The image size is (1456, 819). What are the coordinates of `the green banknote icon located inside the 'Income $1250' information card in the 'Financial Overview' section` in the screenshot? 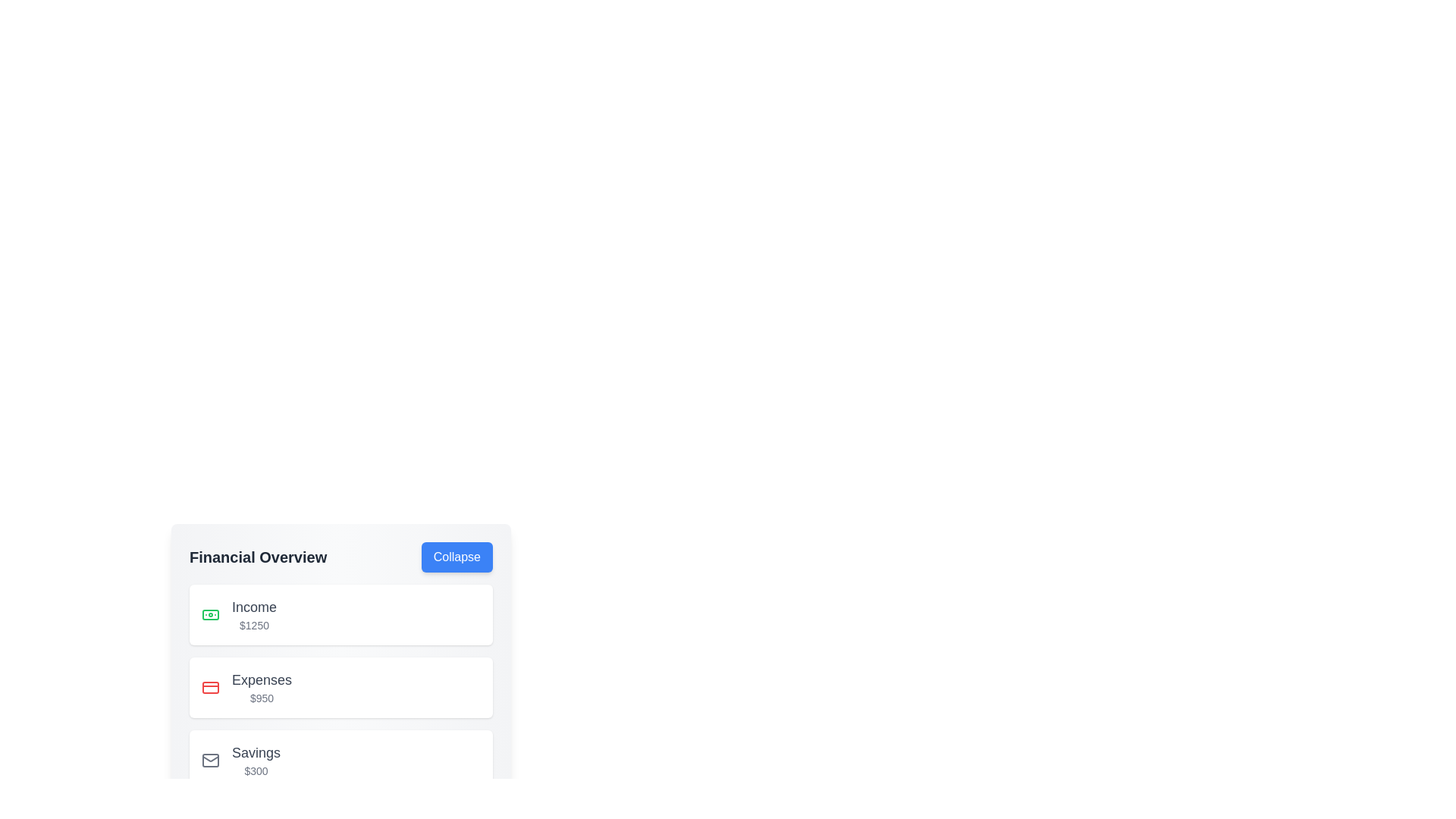 It's located at (210, 614).